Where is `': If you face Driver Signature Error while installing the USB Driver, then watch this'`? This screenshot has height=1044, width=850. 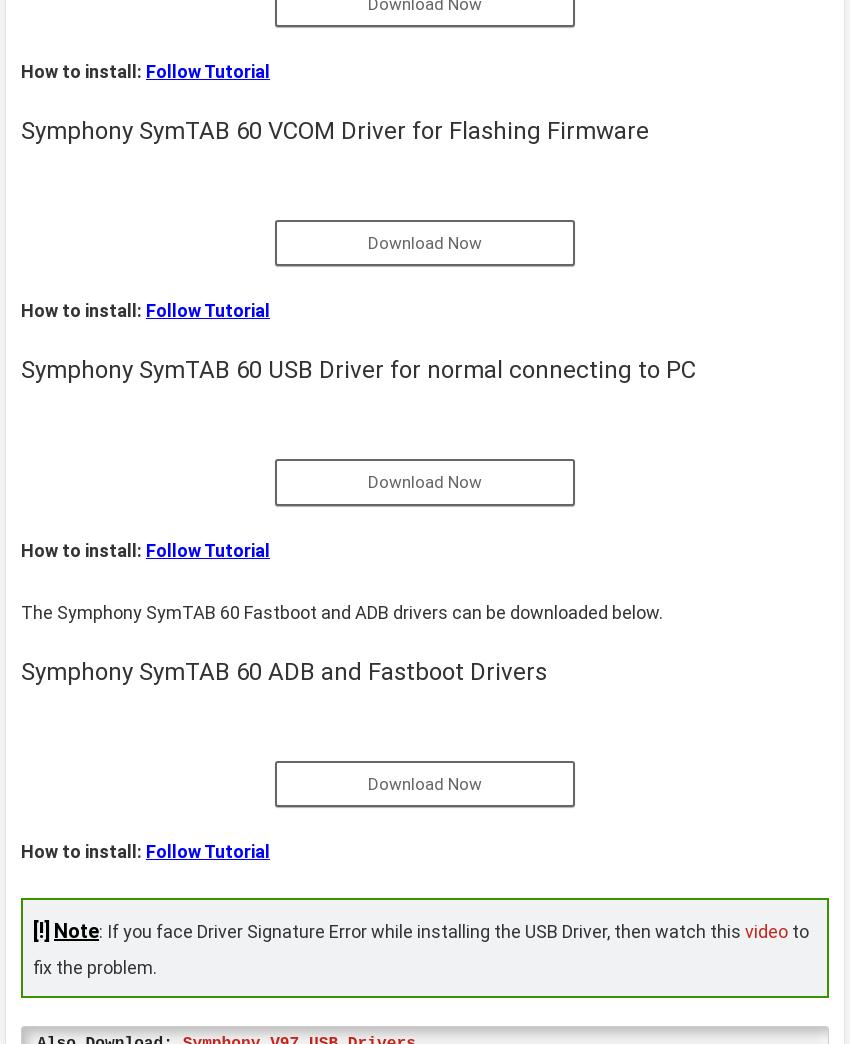 ': If you face Driver Signature Error while installing the USB Driver, then watch this' is located at coordinates (422, 929).